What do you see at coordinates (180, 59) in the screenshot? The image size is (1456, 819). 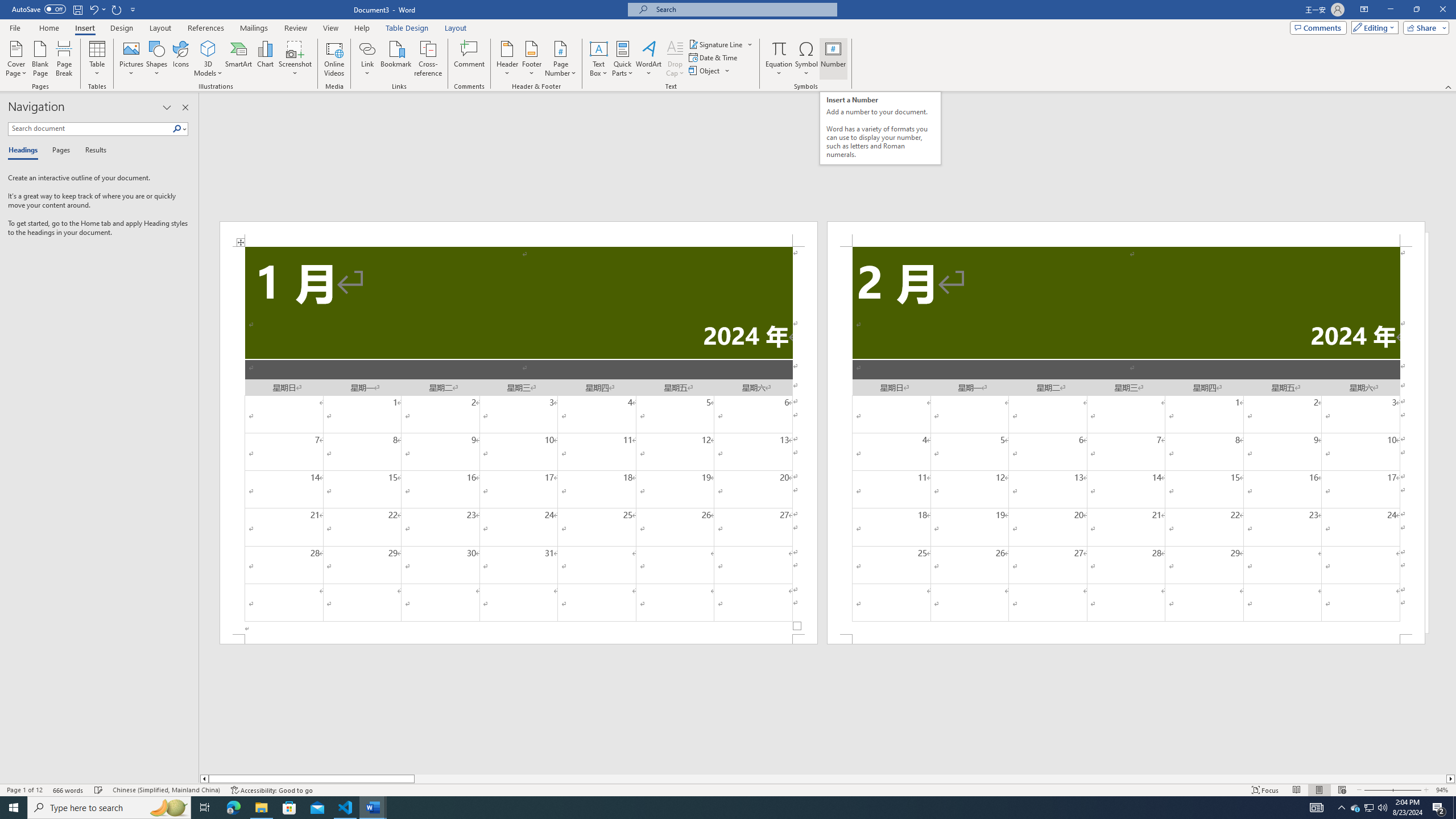 I see `'Icons'` at bounding box center [180, 59].